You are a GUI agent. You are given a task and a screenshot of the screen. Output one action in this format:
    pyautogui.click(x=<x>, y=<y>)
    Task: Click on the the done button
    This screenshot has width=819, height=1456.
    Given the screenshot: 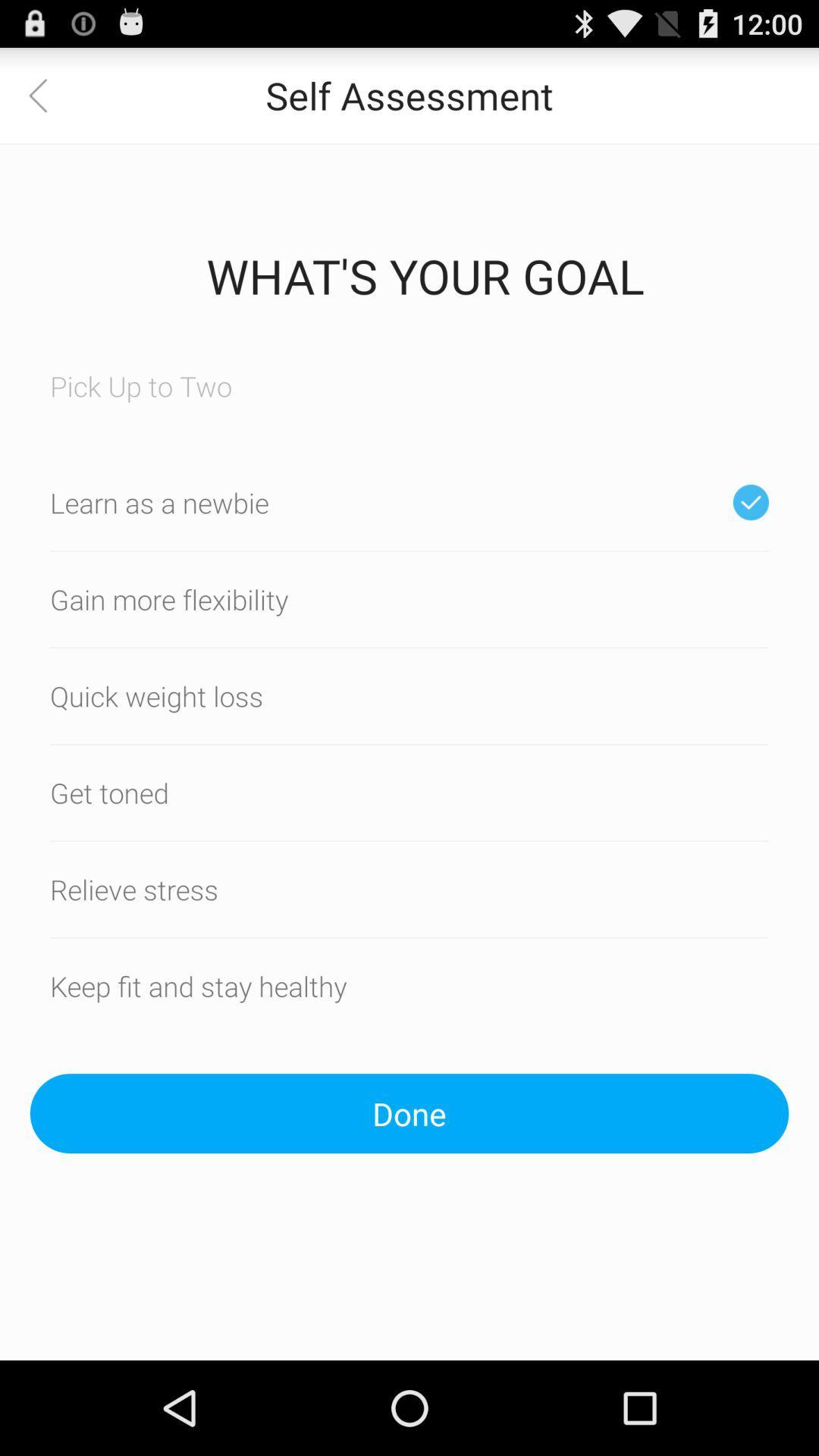 What is the action you would take?
    pyautogui.click(x=409, y=1113)
    